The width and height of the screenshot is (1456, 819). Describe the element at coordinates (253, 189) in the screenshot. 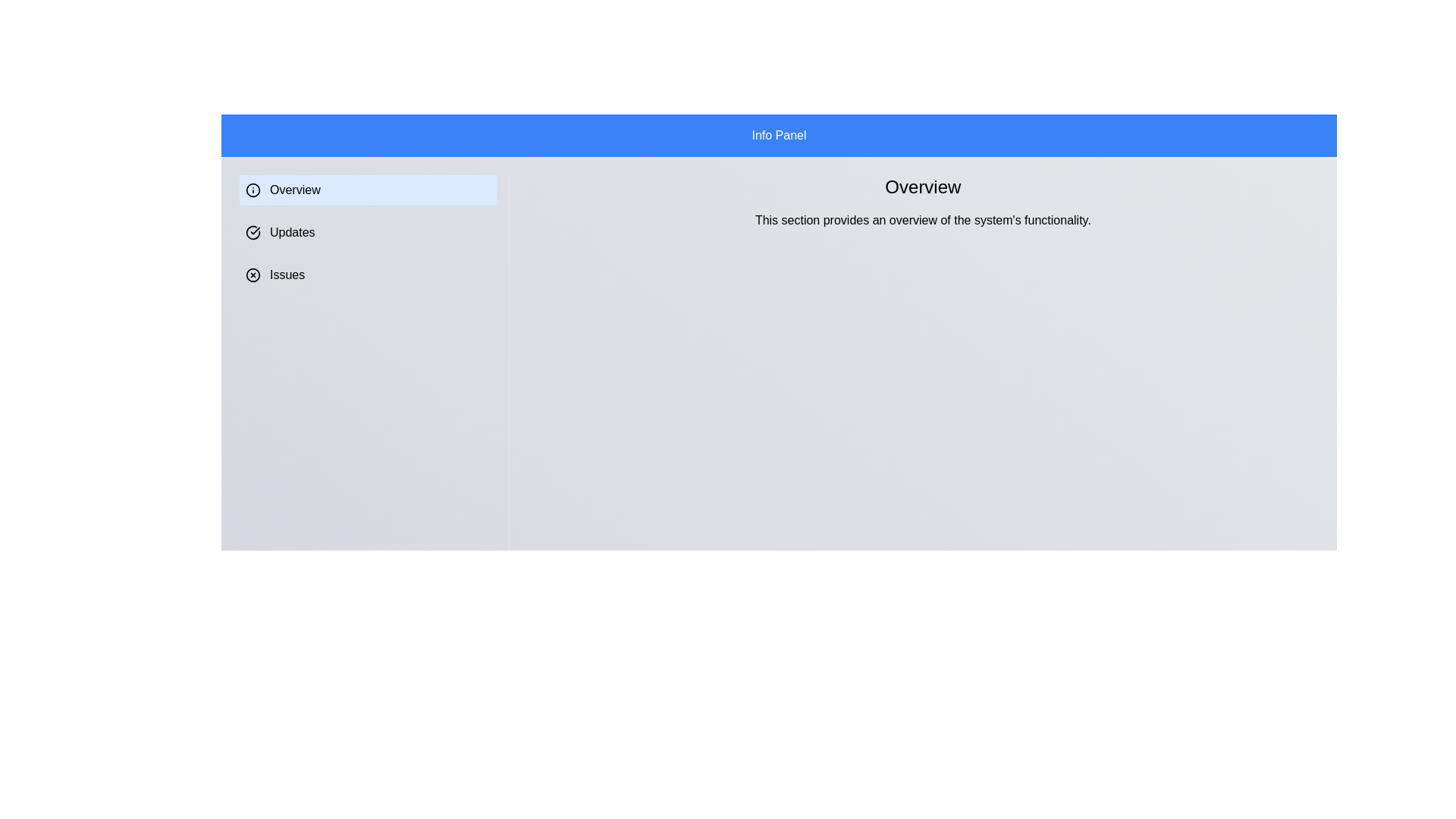

I see `the icon for the Overview section` at that location.